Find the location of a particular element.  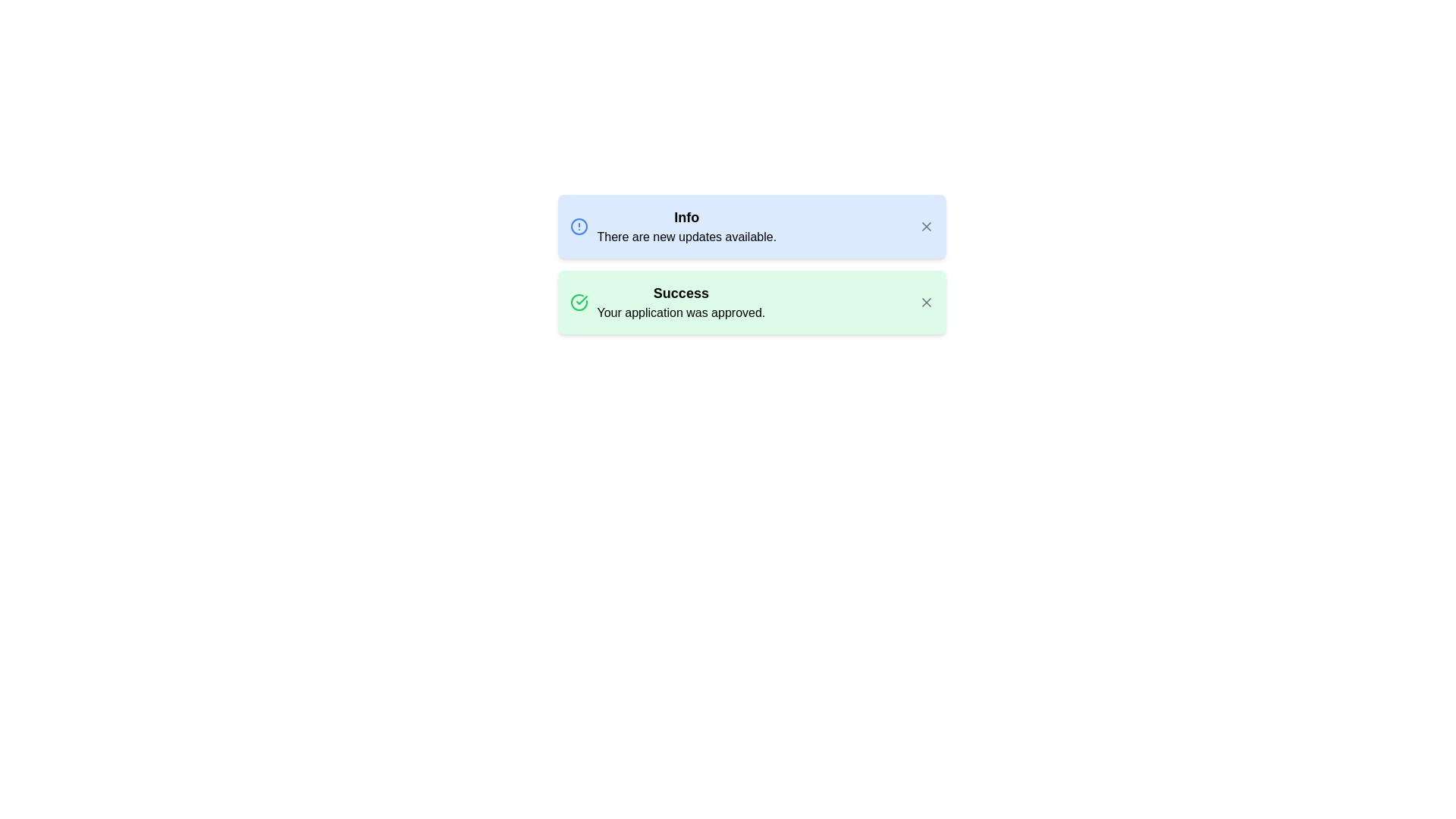

the informative text element that displays 'Success' and 'Your application was approved.' in the lower notification box with a light green background is located at coordinates (680, 302).